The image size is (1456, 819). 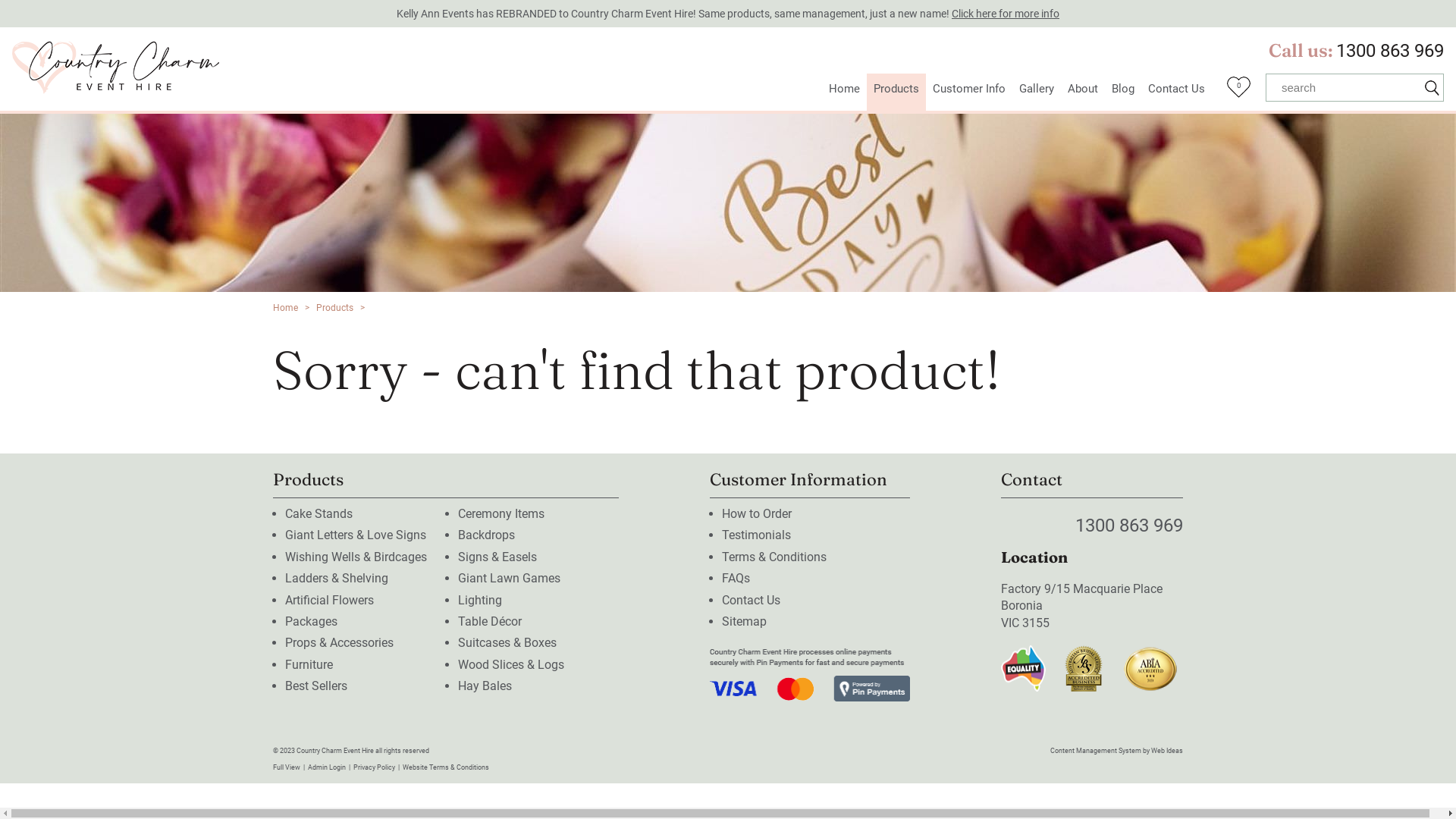 I want to click on 'Giant Lawn Games', so click(x=509, y=578).